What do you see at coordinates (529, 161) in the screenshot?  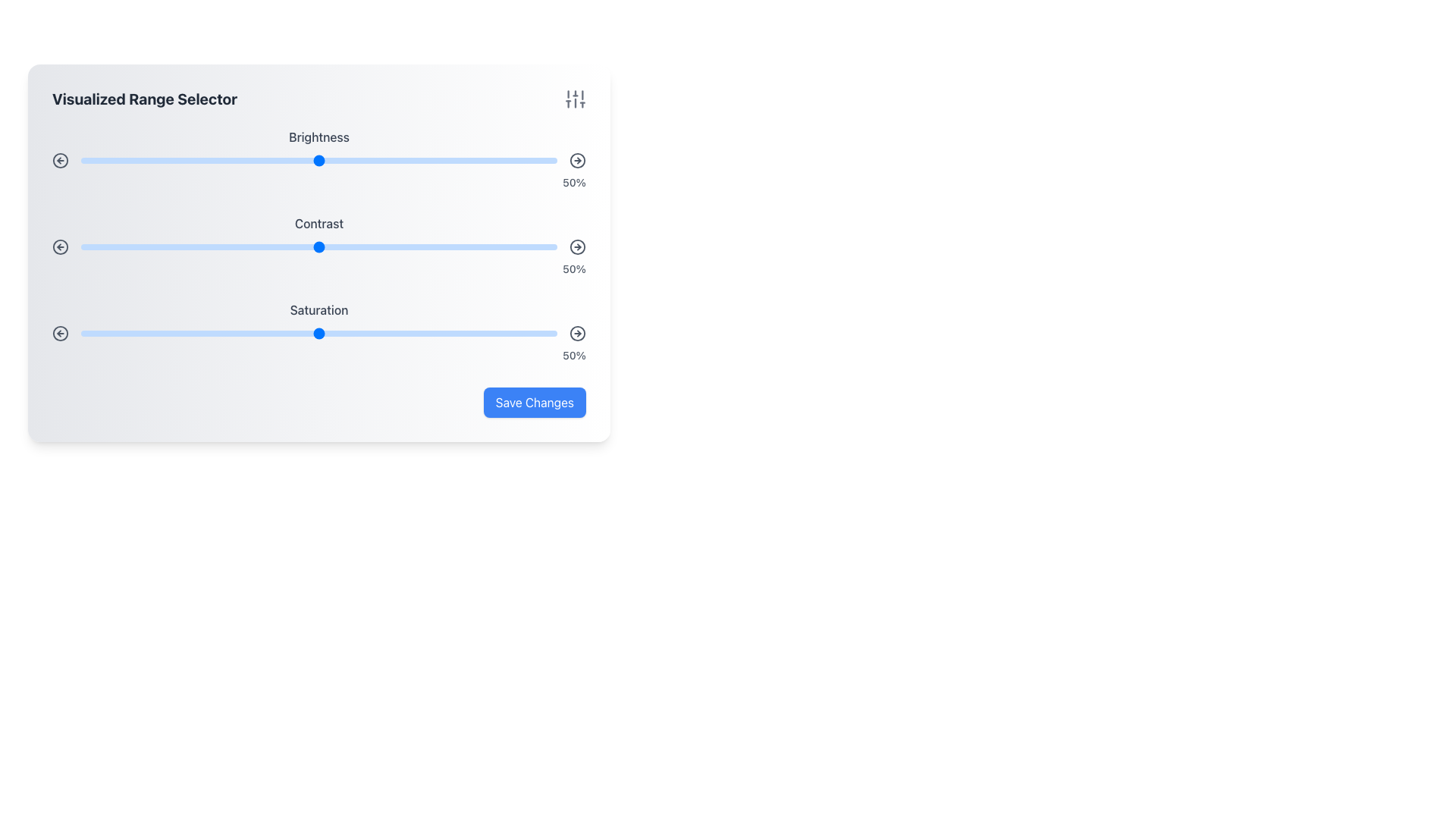 I see `the brightness` at bounding box center [529, 161].